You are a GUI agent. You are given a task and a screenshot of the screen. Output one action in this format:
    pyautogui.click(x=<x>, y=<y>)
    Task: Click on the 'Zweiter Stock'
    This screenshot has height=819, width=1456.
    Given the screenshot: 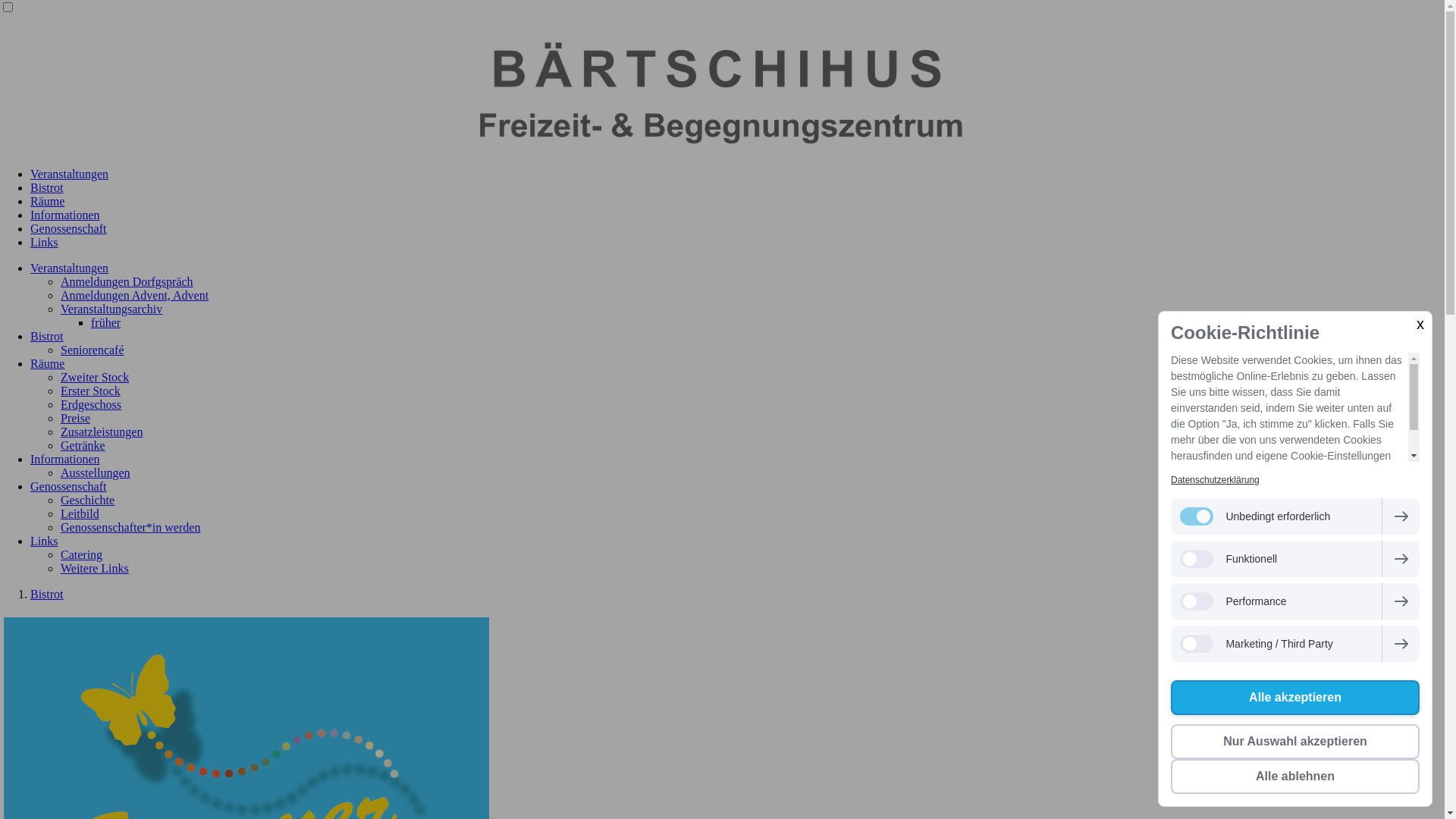 What is the action you would take?
    pyautogui.click(x=93, y=376)
    